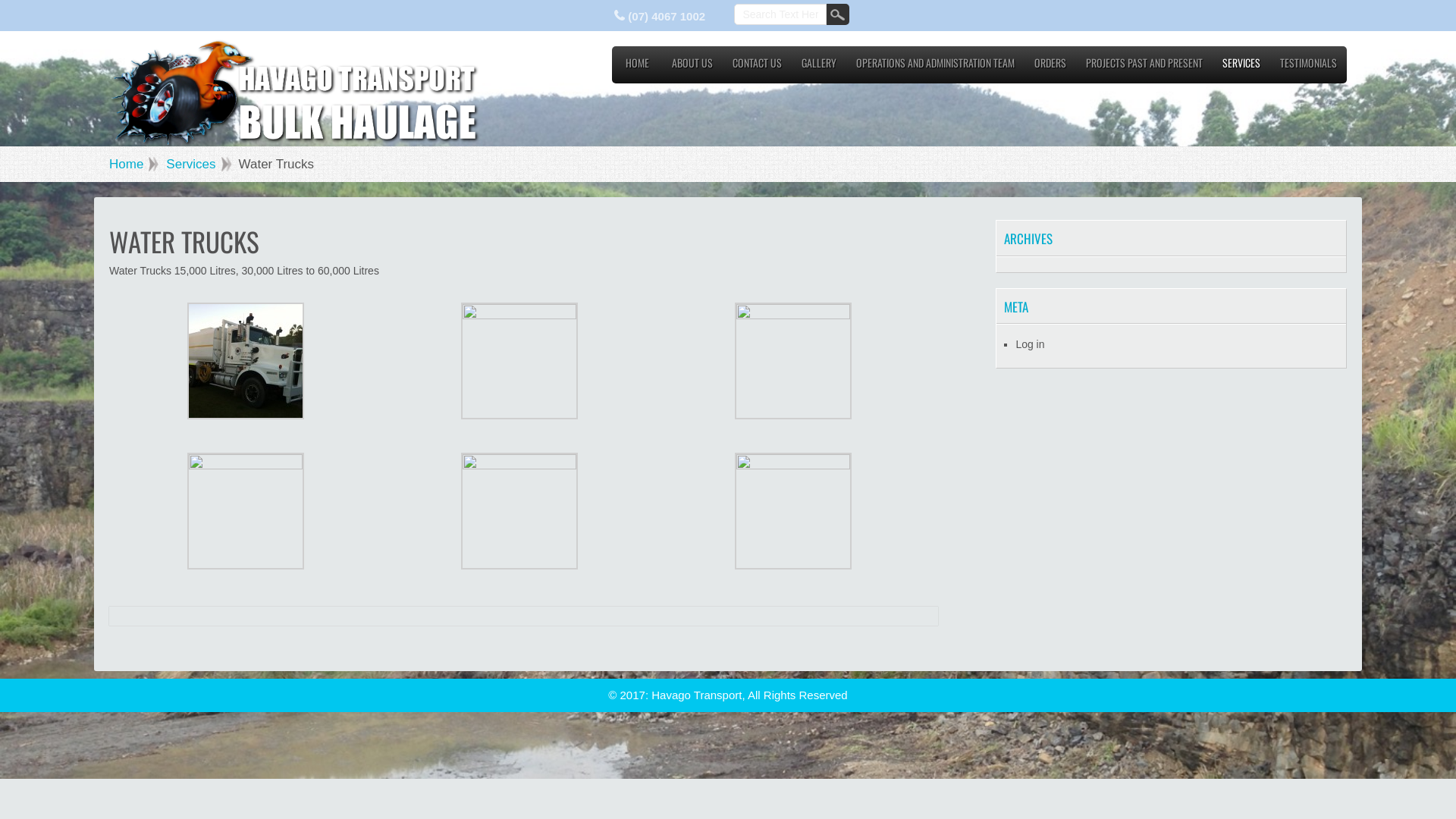 The height and width of the screenshot is (819, 1456). Describe the element at coordinates (818, 66) in the screenshot. I see `'GALLERY'` at that location.